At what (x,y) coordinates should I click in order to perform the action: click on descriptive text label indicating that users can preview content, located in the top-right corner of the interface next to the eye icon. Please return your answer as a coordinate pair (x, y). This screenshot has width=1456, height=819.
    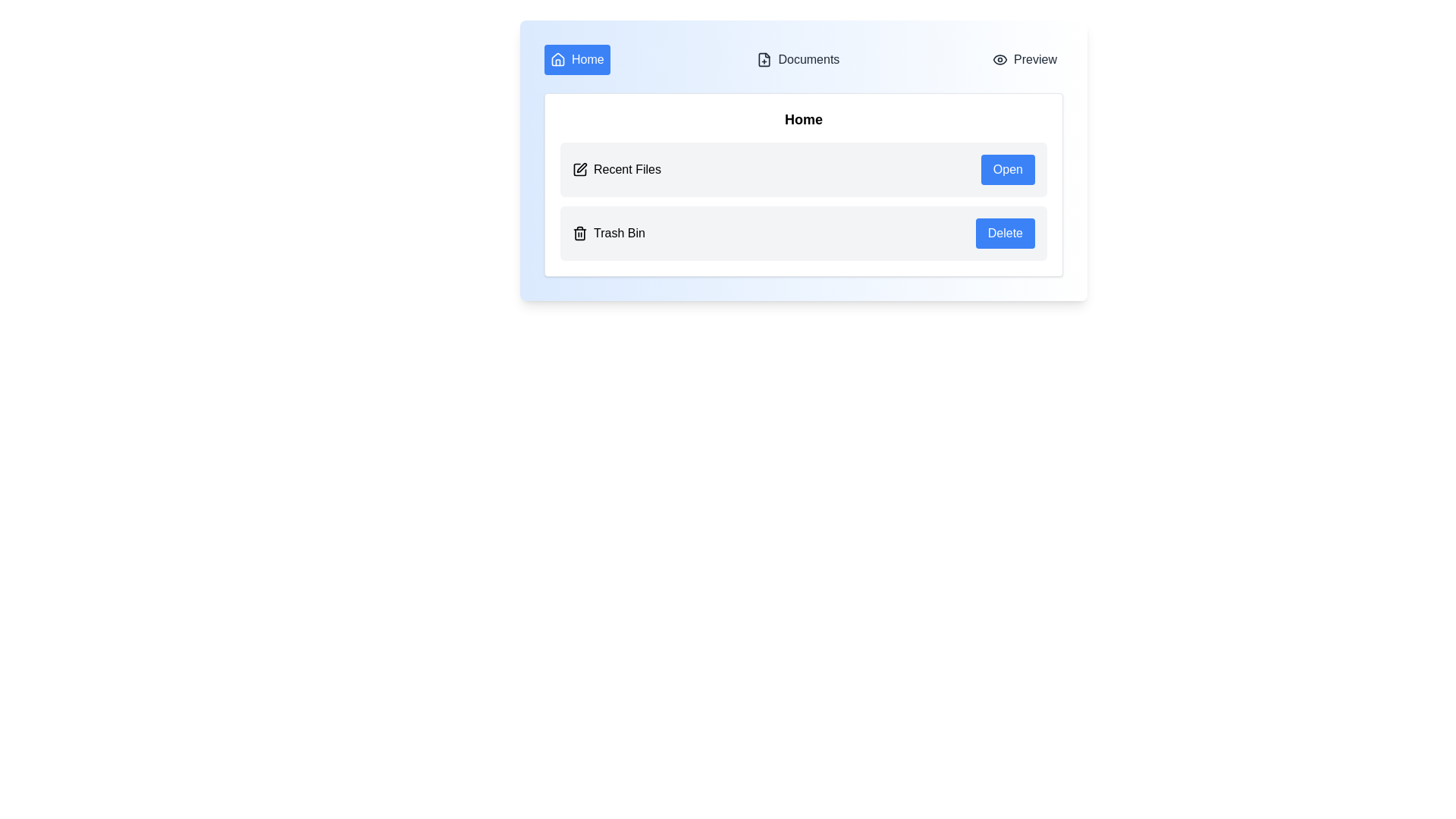
    Looking at the image, I should click on (1034, 58).